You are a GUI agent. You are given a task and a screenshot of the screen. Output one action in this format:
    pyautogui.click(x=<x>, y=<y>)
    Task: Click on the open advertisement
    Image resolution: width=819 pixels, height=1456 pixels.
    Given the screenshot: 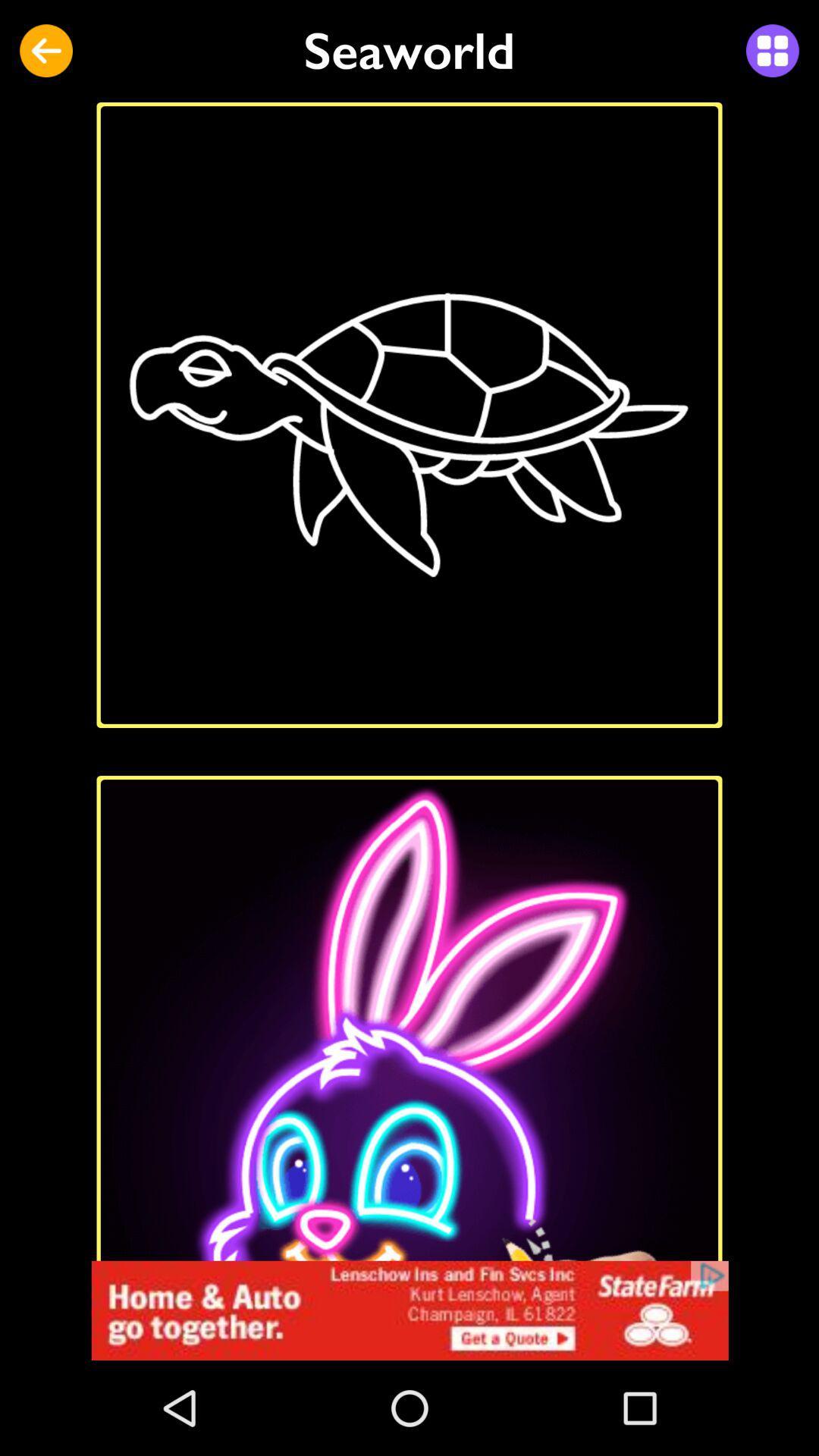 What is the action you would take?
    pyautogui.click(x=409, y=1310)
    